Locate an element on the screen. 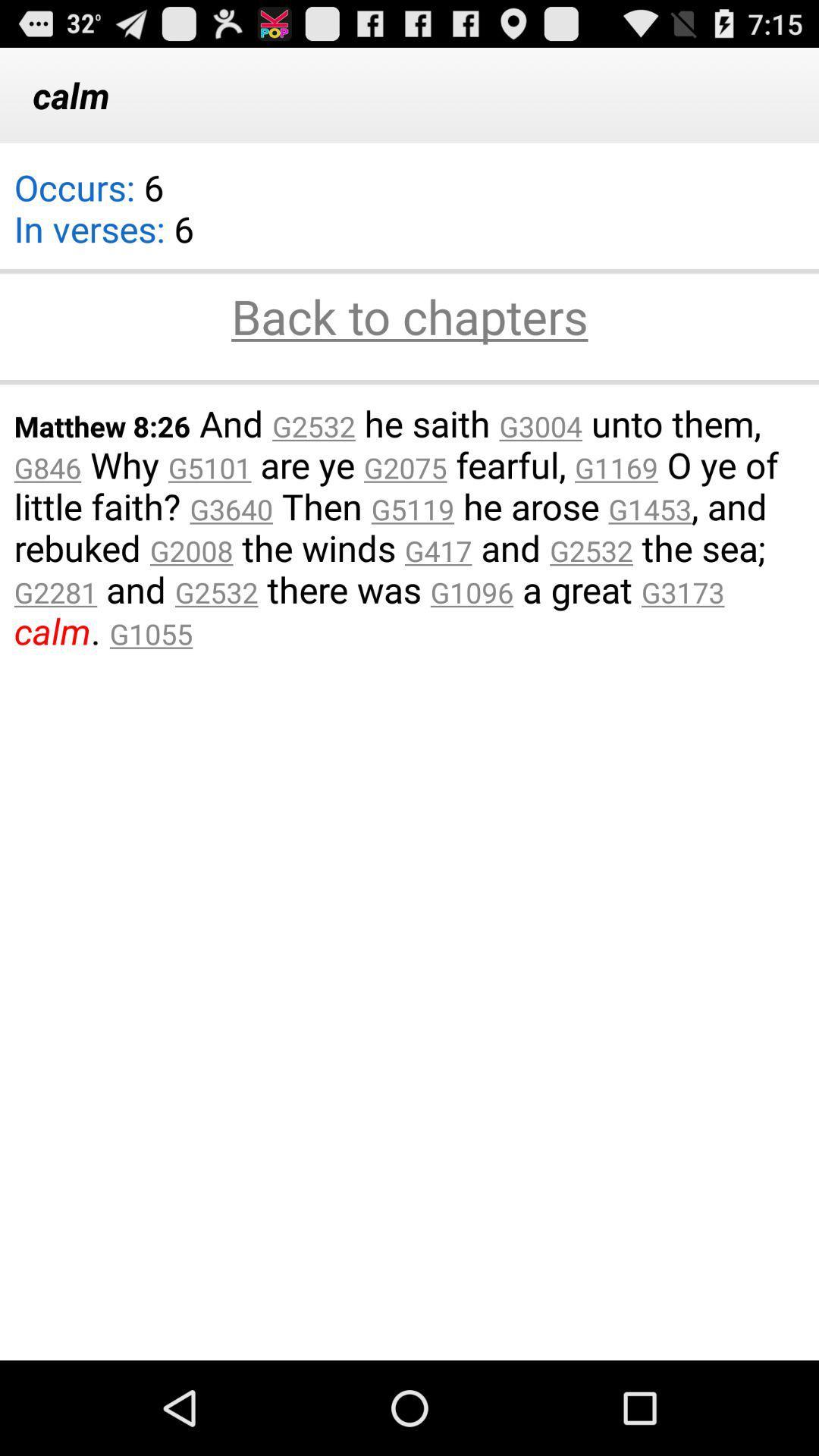 This screenshot has width=819, height=1456. the app below calm app is located at coordinates (103, 217).